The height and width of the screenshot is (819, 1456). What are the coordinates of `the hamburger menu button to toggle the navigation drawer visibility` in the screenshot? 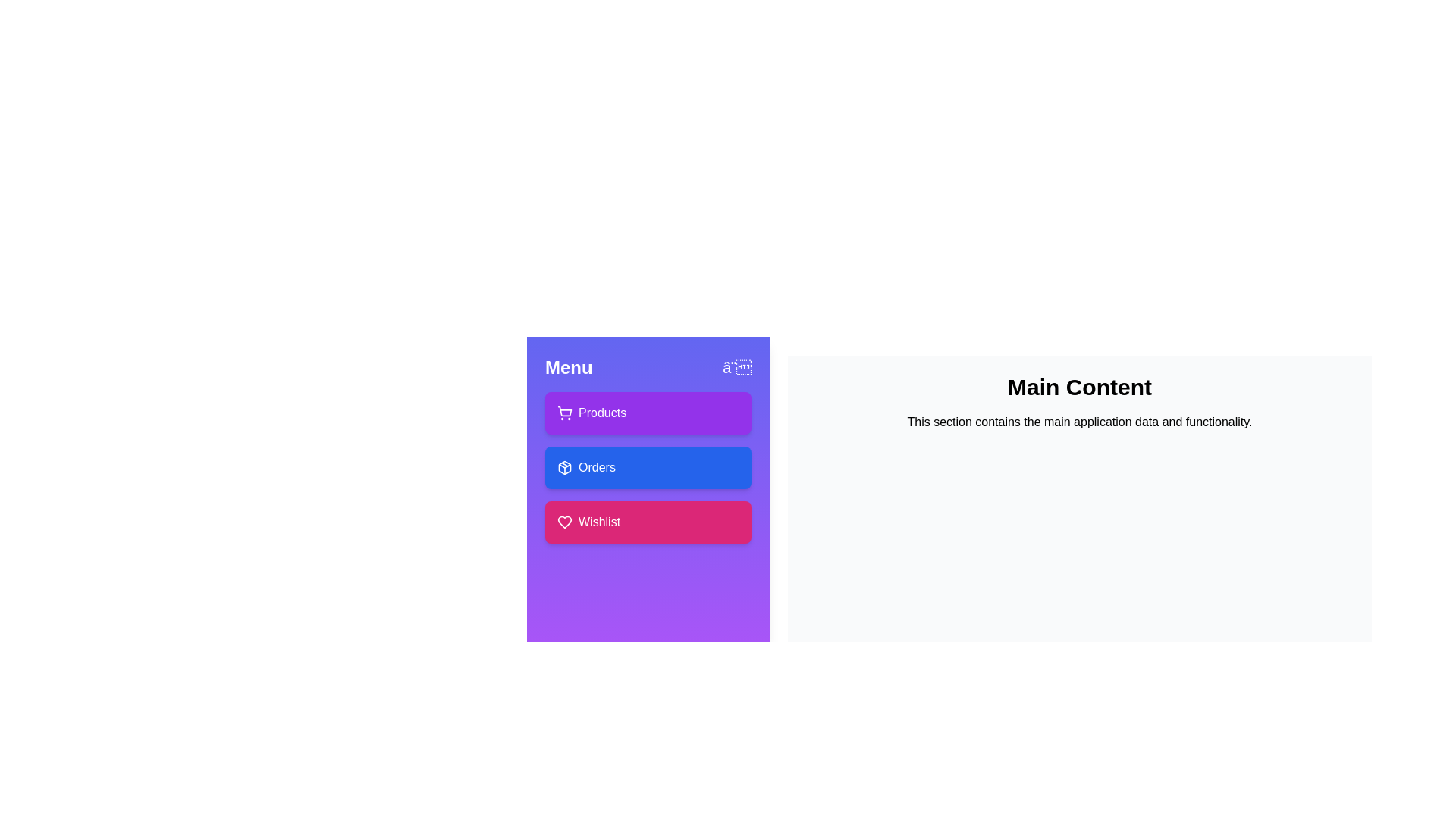 It's located at (736, 368).